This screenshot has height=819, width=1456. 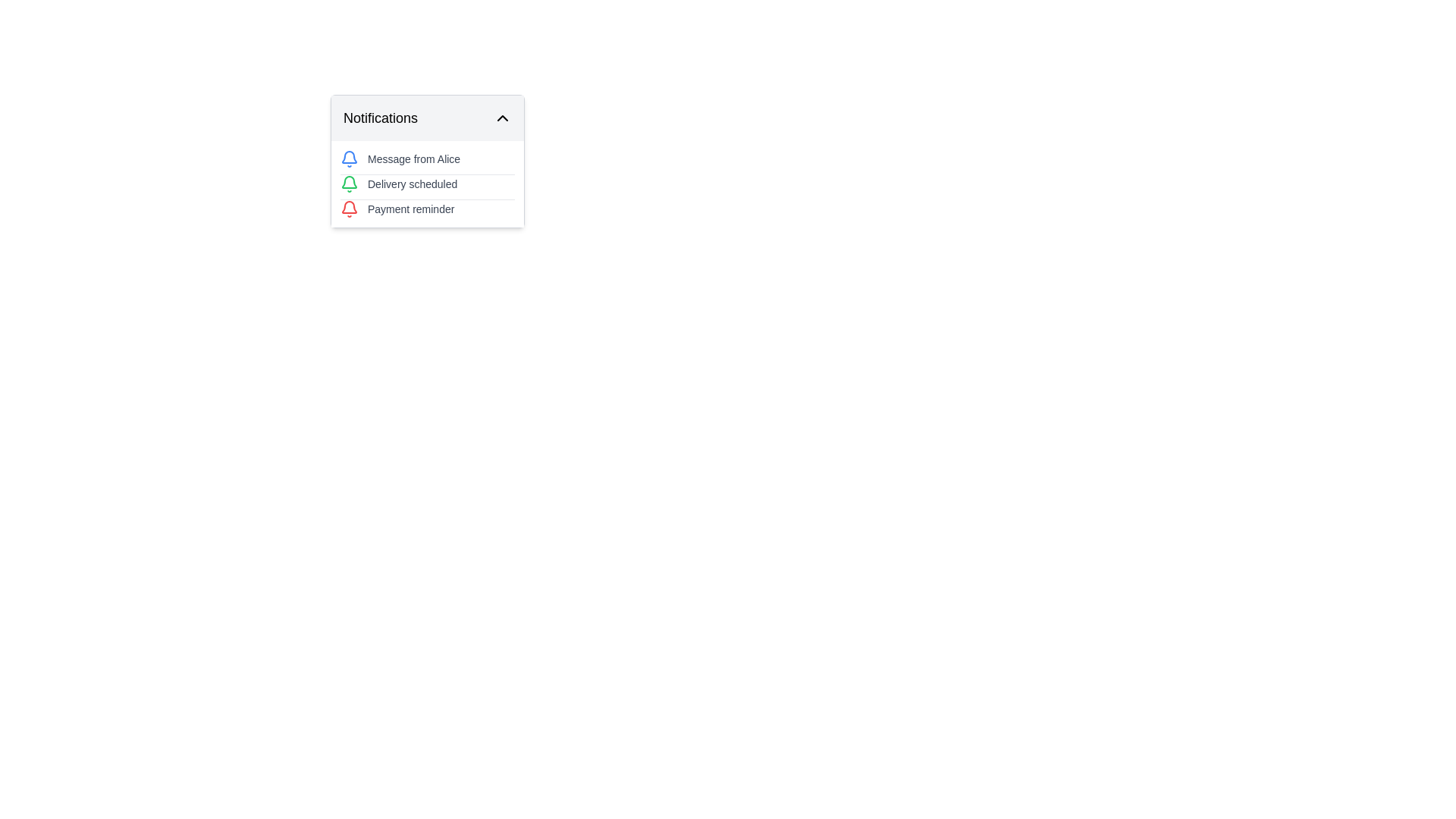 What do you see at coordinates (348, 209) in the screenshot?
I see `the reminder icon located to the left of the 'Payment reminder' text in the notifications dropdown box` at bounding box center [348, 209].